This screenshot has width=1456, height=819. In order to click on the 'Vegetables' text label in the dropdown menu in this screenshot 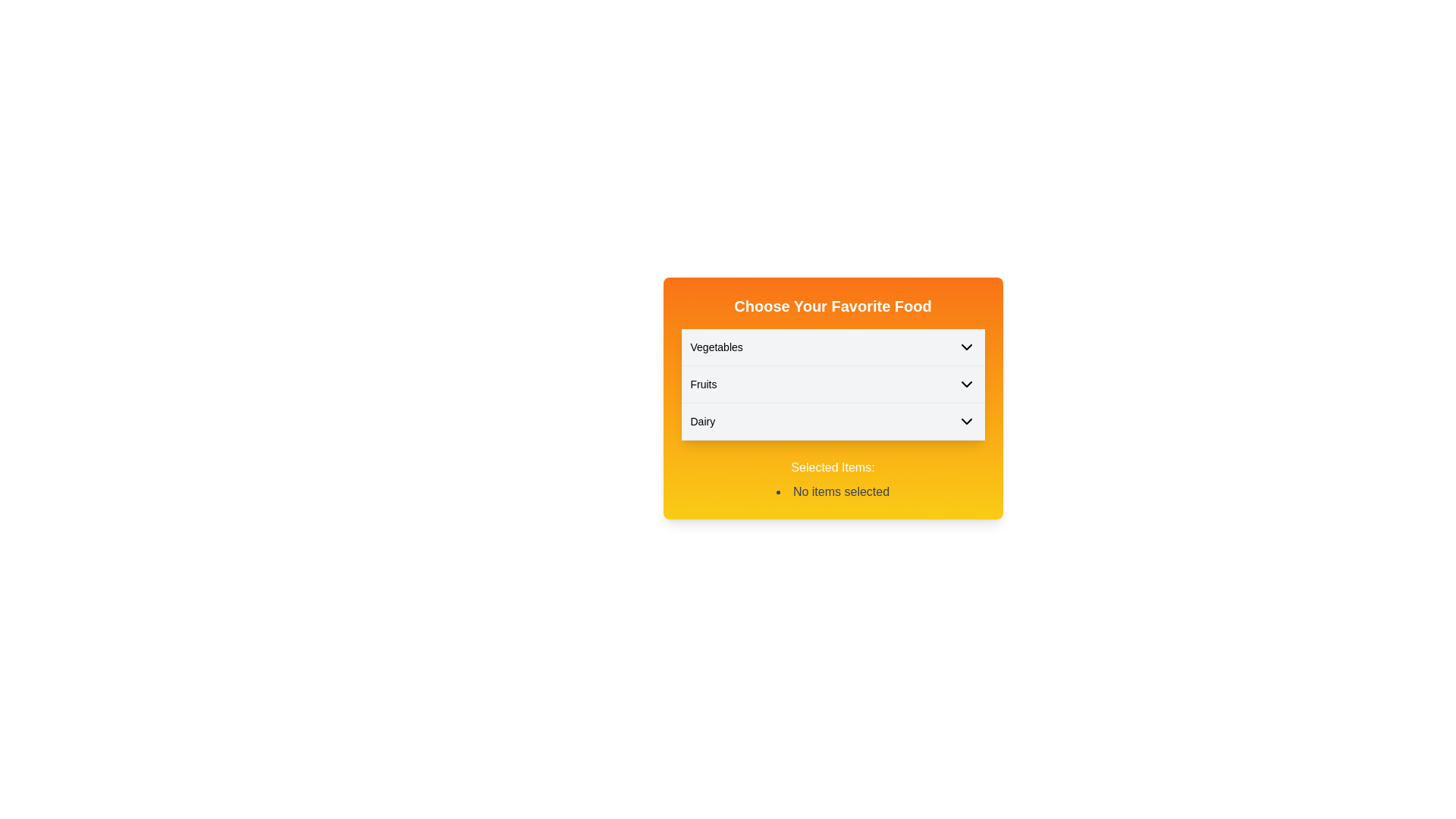, I will do `click(716, 347)`.